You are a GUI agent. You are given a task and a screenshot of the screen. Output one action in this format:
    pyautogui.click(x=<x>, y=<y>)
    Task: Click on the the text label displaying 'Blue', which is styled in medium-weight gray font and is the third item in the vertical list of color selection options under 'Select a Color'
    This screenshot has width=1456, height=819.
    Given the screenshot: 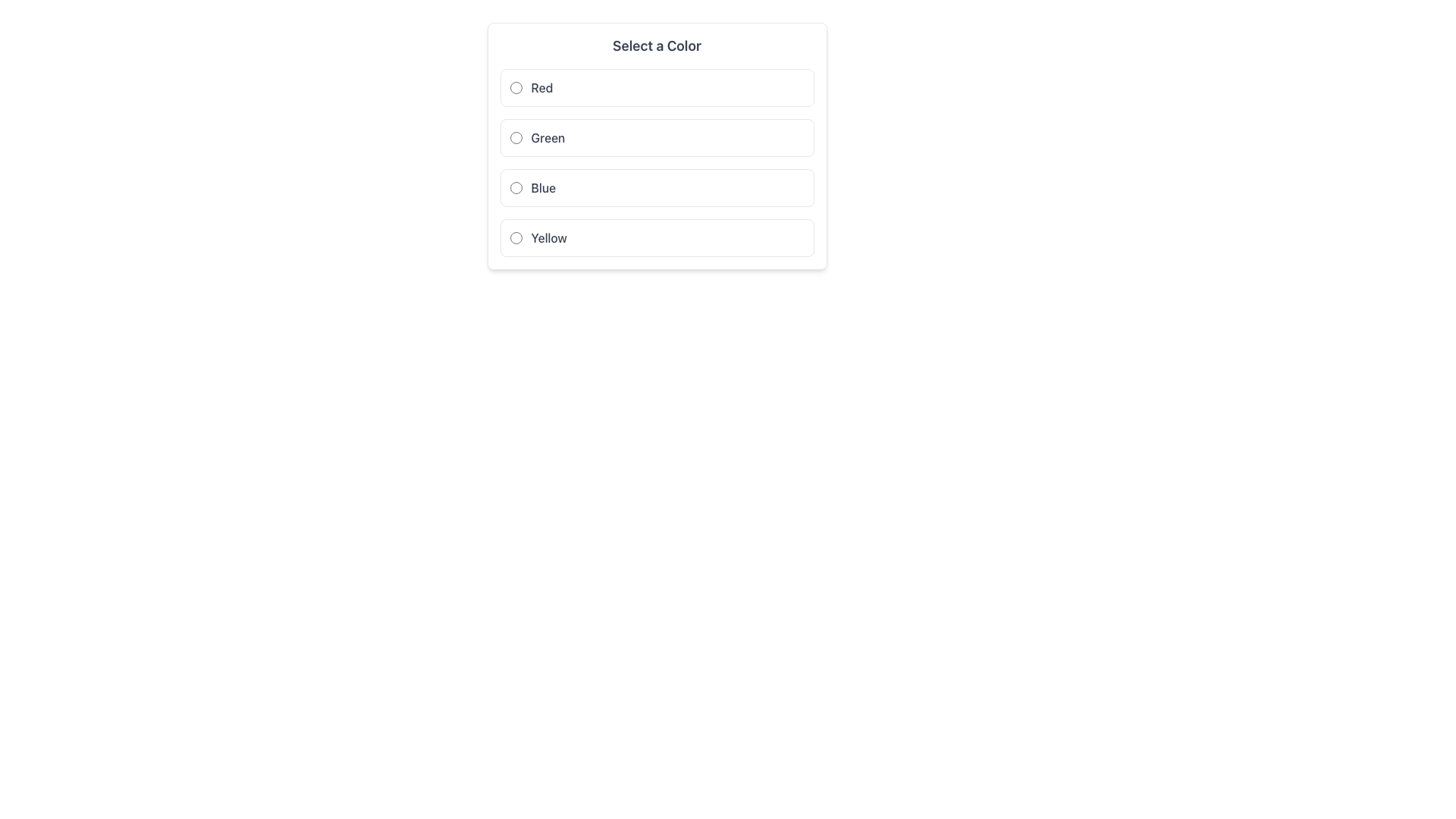 What is the action you would take?
    pyautogui.click(x=543, y=187)
    